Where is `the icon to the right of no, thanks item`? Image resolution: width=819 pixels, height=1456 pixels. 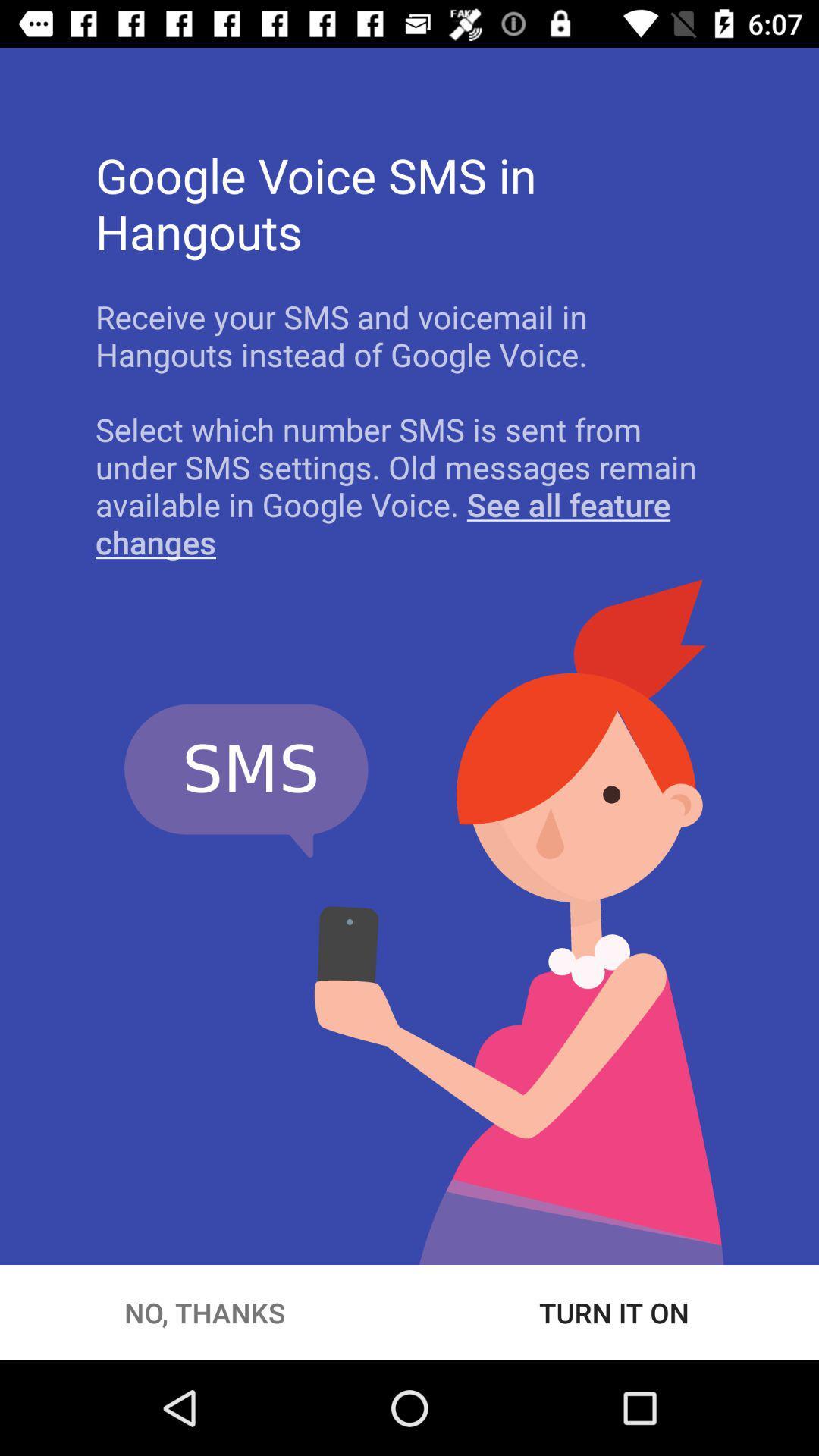
the icon to the right of no, thanks item is located at coordinates (614, 1312).